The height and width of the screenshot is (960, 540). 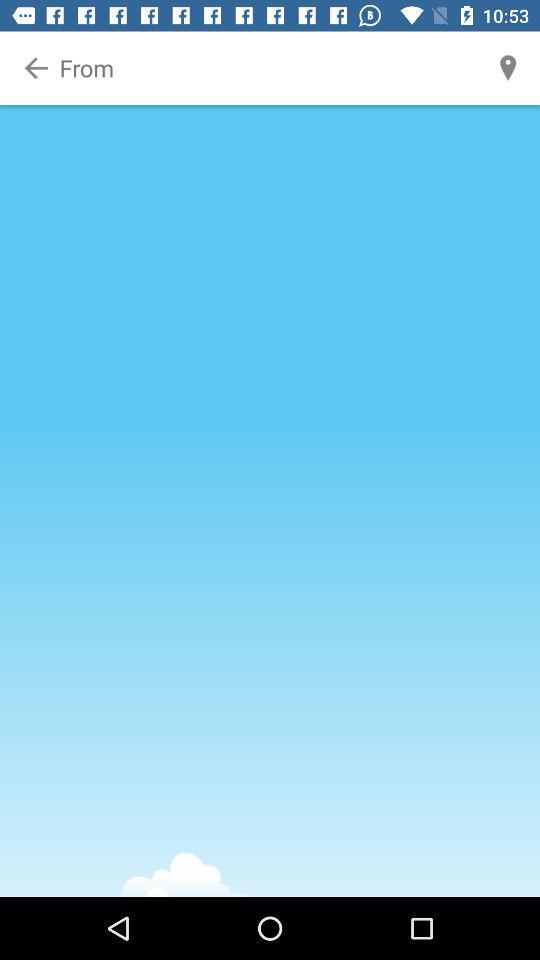 I want to click on previous, so click(x=36, y=68).